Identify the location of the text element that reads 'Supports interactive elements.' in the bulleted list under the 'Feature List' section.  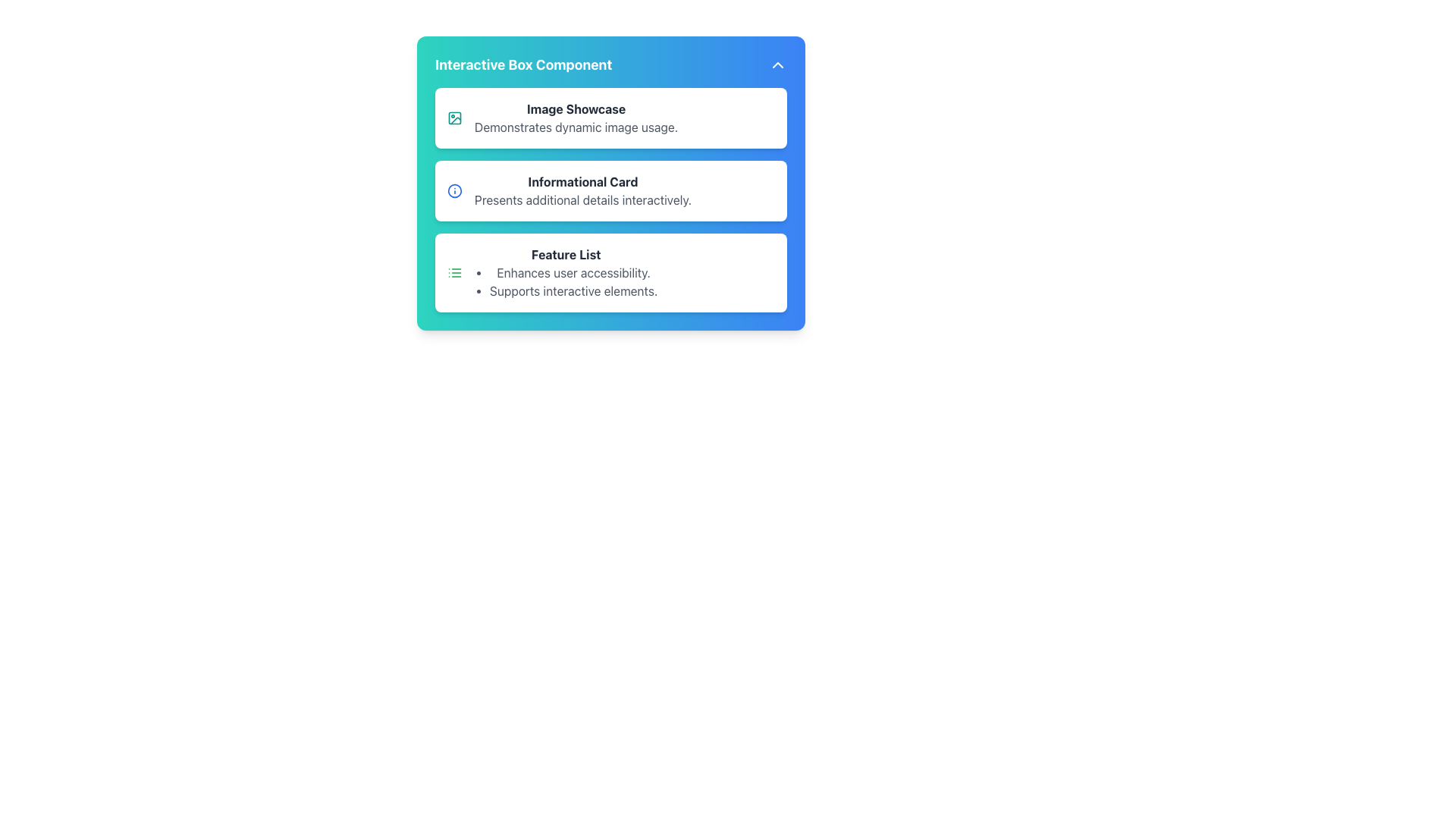
(573, 291).